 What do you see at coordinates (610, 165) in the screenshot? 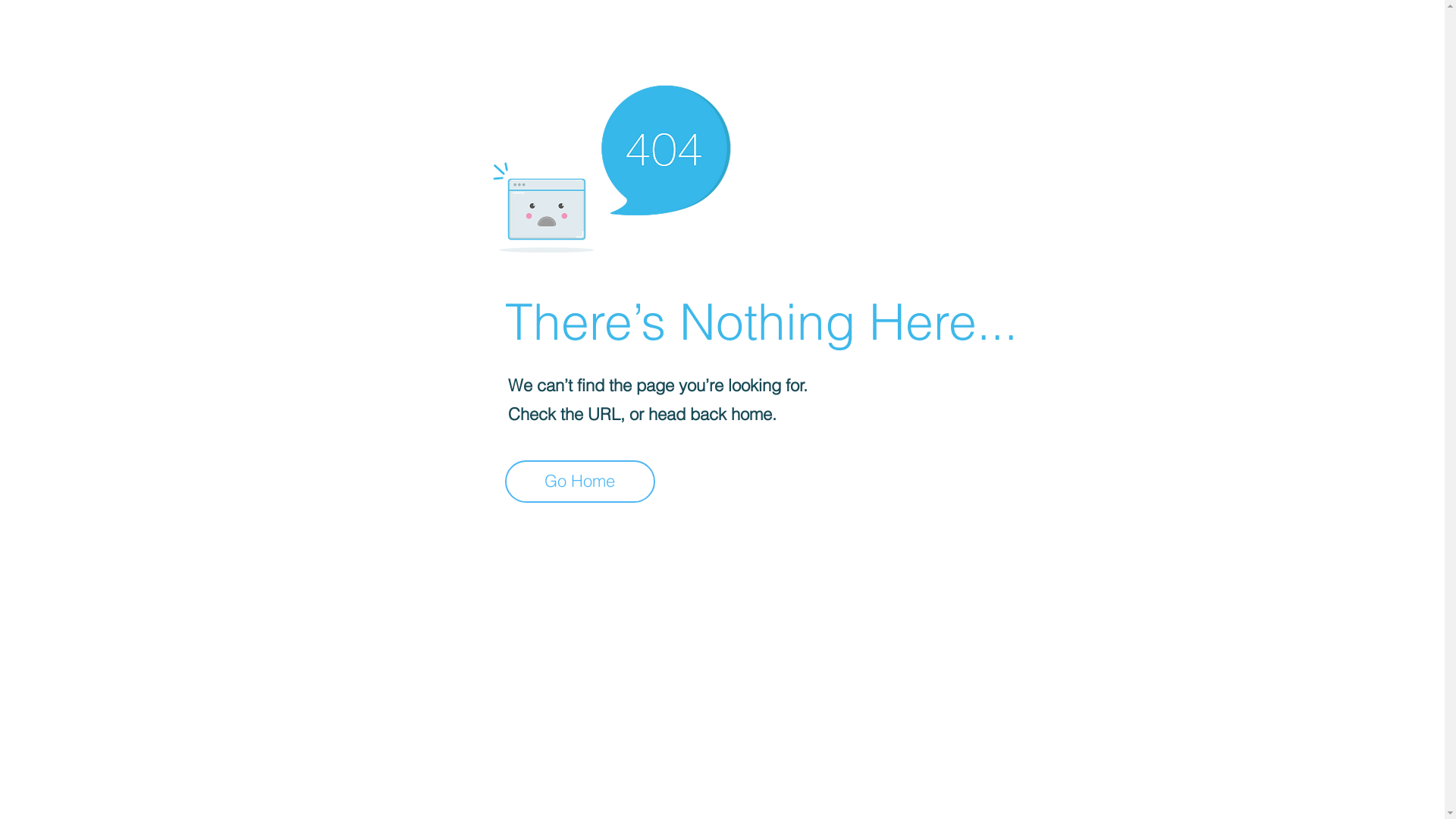
I see `'404-icon_2.png'` at bounding box center [610, 165].